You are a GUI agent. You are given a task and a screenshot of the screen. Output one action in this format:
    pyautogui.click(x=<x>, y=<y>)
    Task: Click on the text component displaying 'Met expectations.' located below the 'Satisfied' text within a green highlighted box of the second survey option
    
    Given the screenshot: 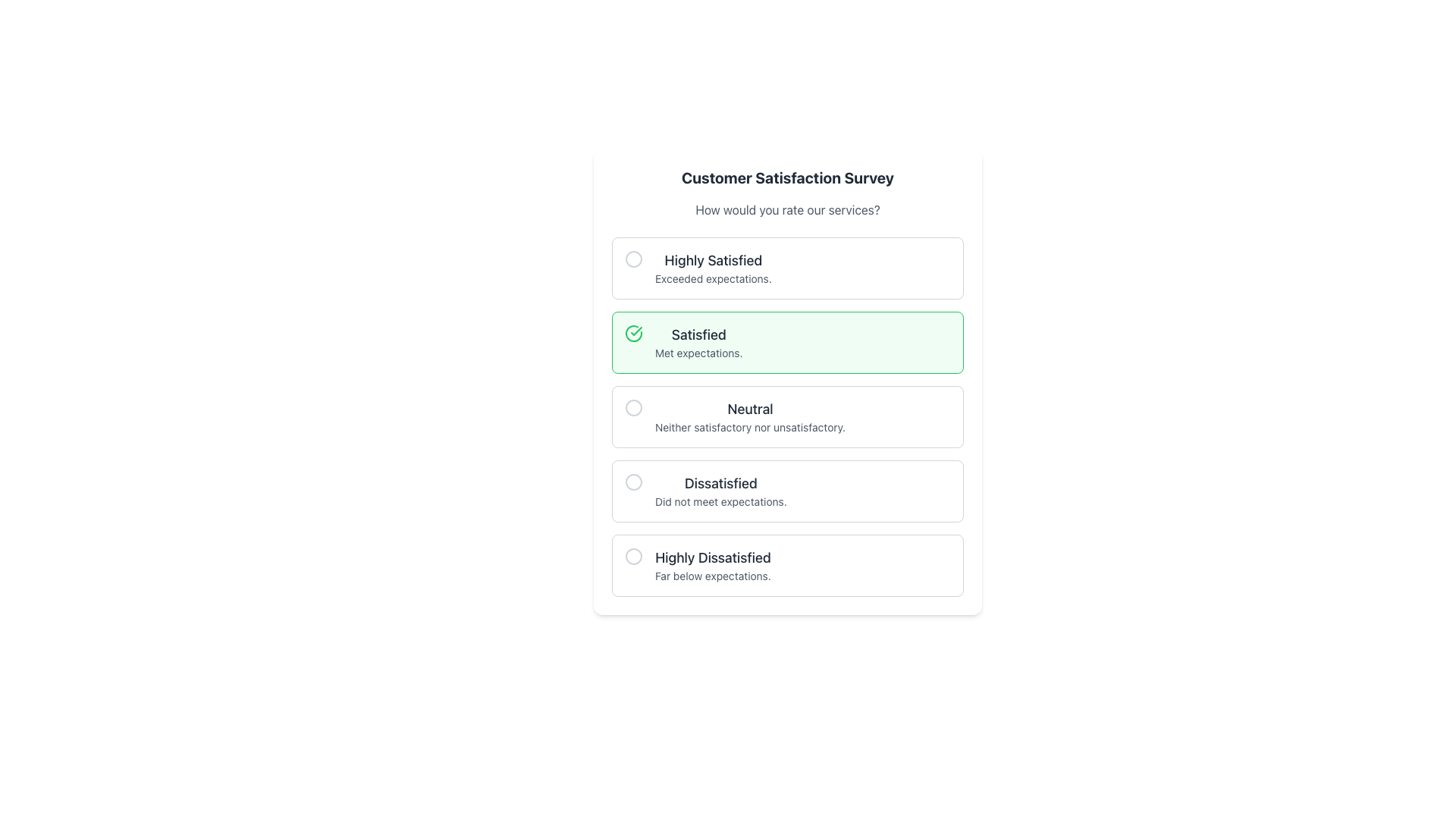 What is the action you would take?
    pyautogui.click(x=698, y=353)
    